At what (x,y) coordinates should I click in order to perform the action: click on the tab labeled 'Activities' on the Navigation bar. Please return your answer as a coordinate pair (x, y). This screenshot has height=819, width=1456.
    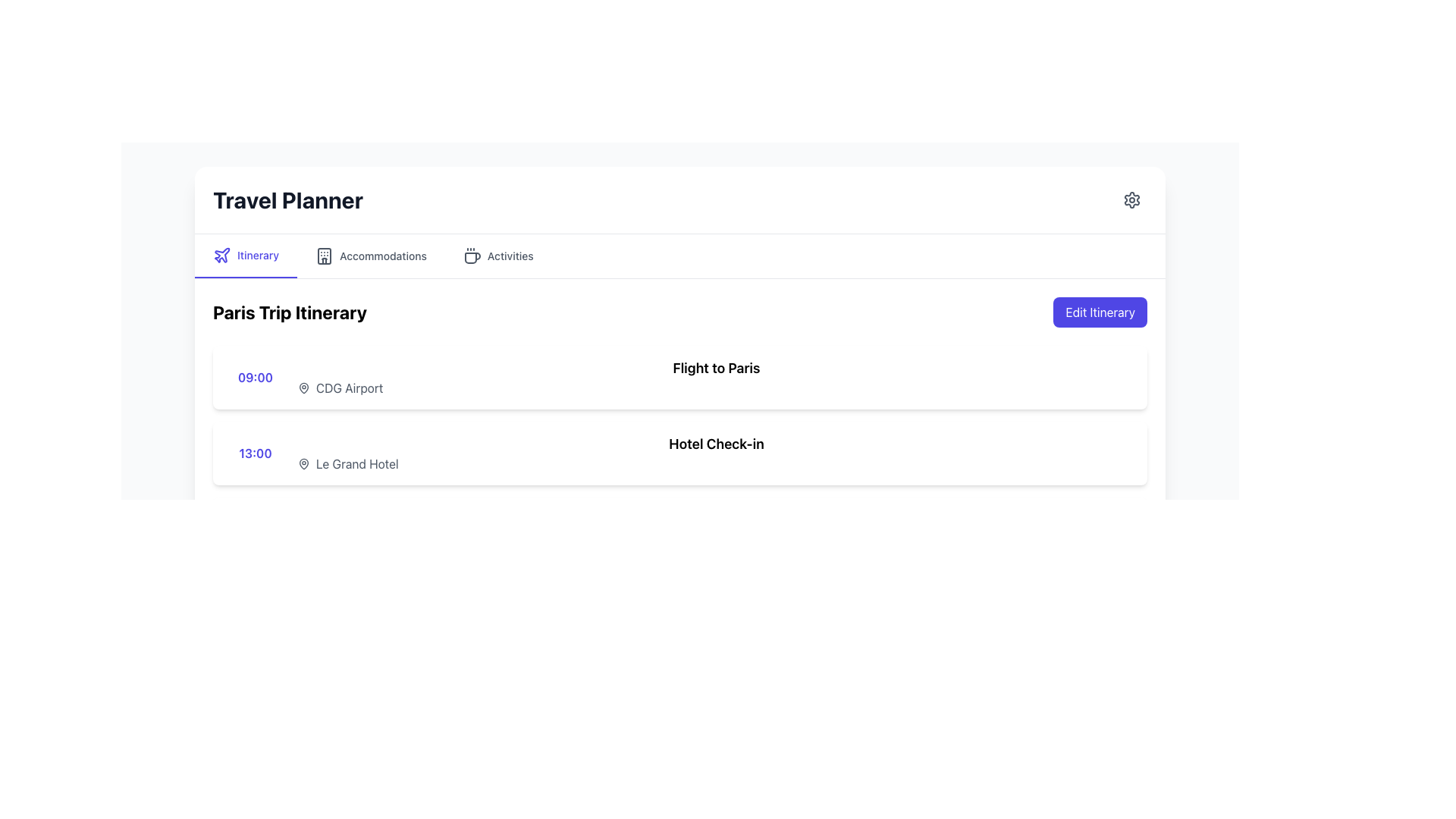
    Looking at the image, I should click on (679, 256).